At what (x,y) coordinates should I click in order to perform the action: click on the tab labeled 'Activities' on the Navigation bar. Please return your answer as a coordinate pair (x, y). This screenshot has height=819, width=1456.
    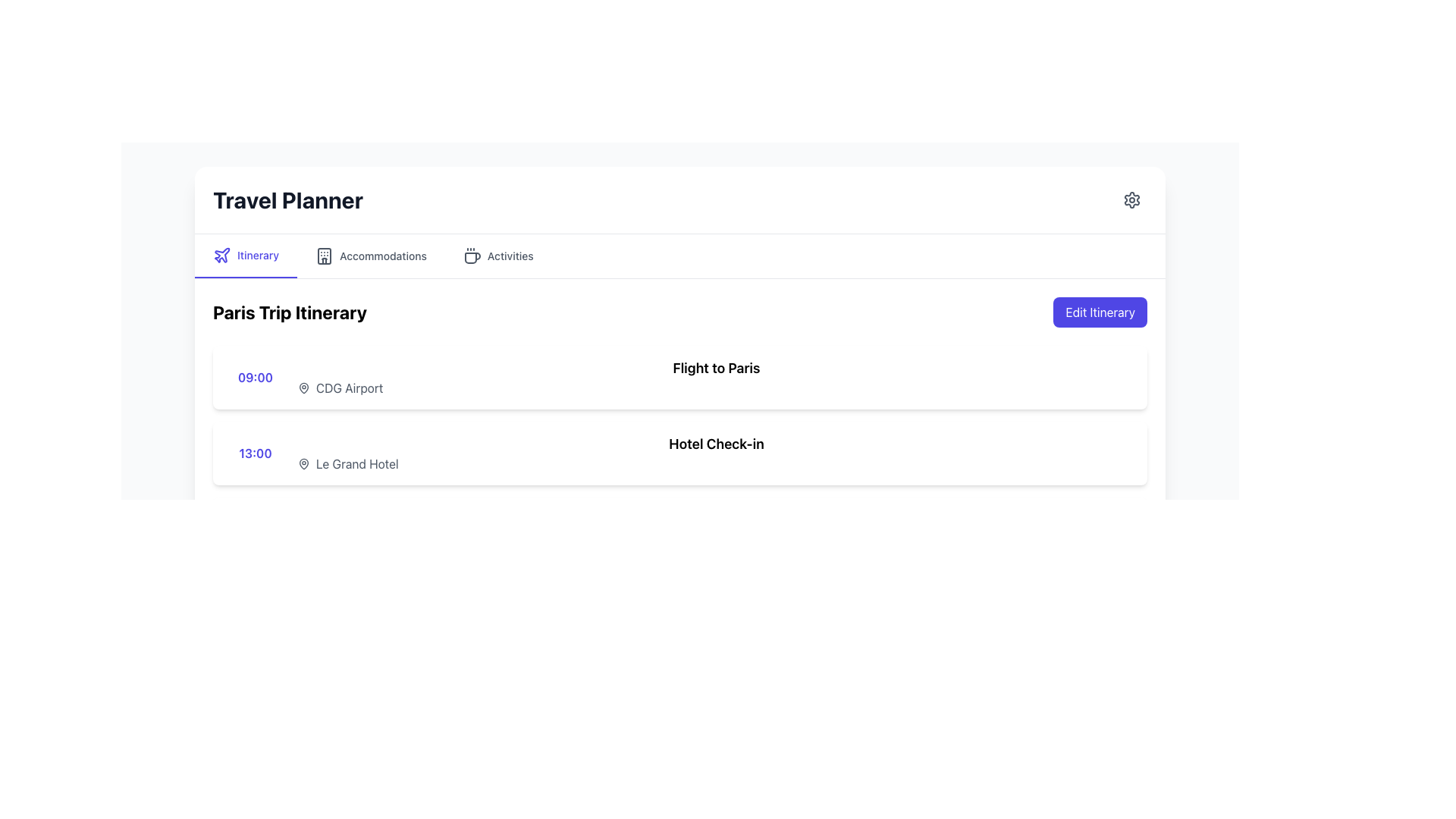
    Looking at the image, I should click on (679, 256).